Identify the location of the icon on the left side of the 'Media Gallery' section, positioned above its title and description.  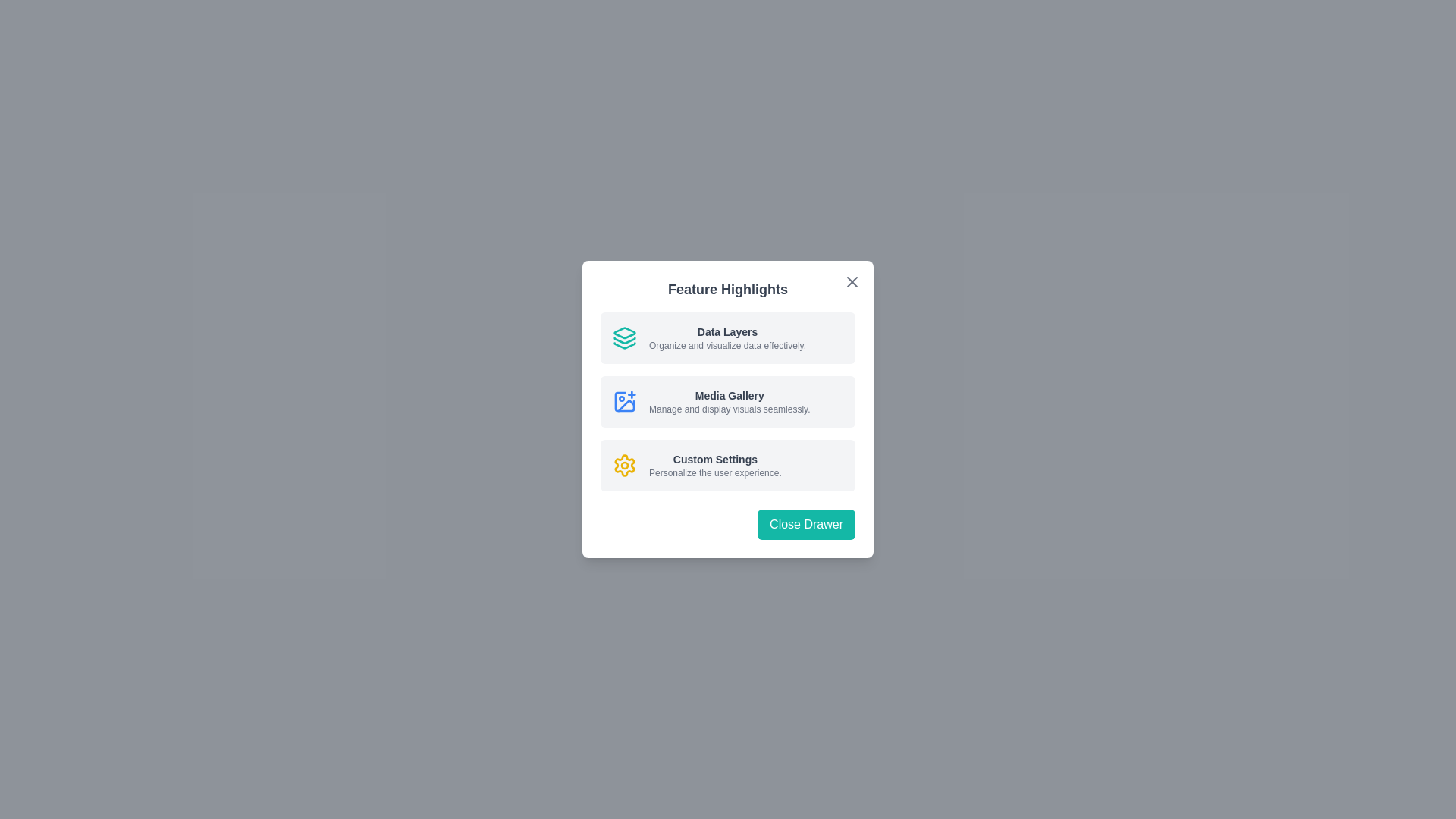
(625, 400).